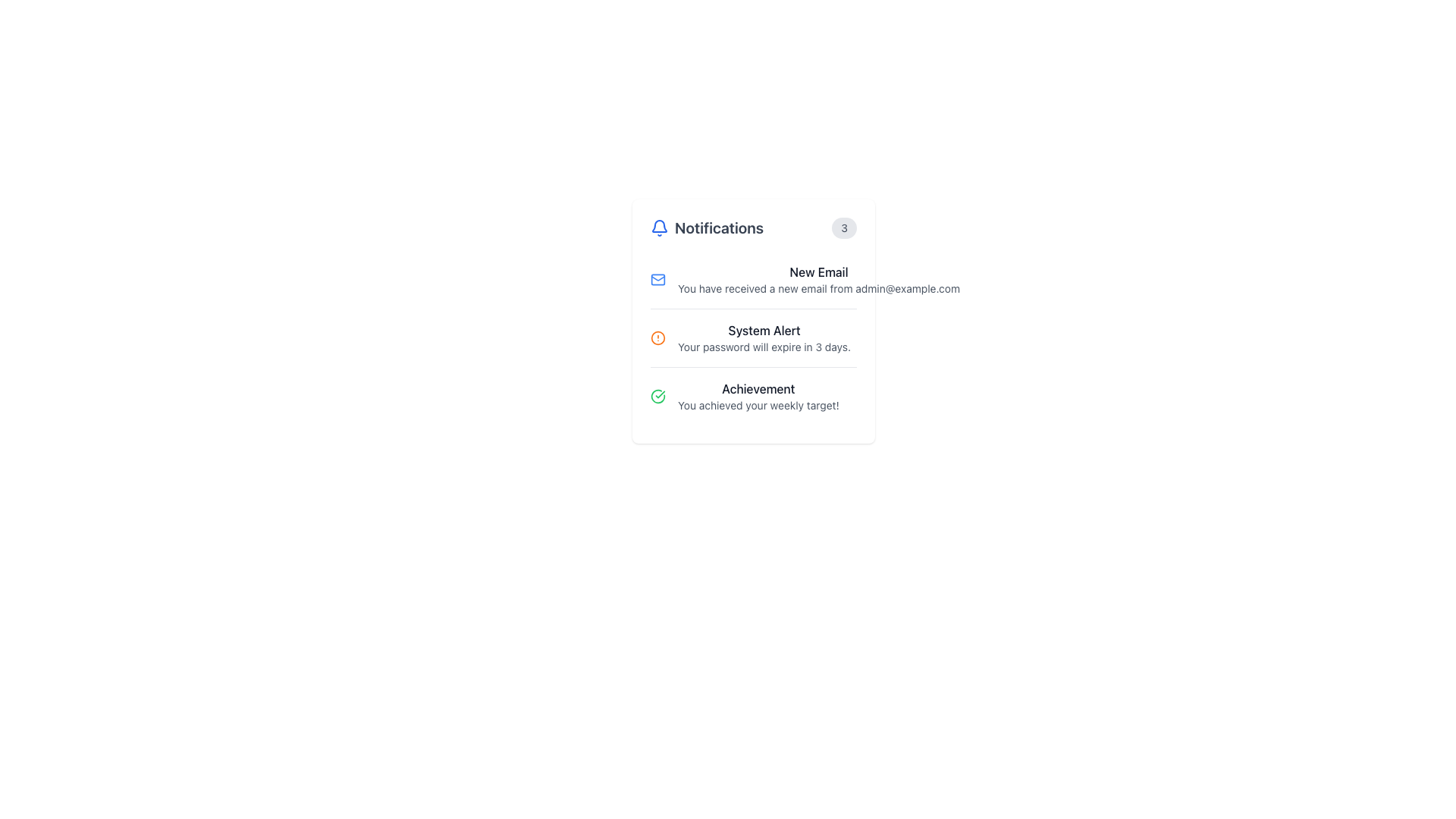 The width and height of the screenshot is (1456, 819). Describe the element at coordinates (843, 227) in the screenshot. I see `the Notification Badge, a small circular badge with a light gray background and the number '3' in dark gray, located on the right side of the header area of the notification card` at that location.